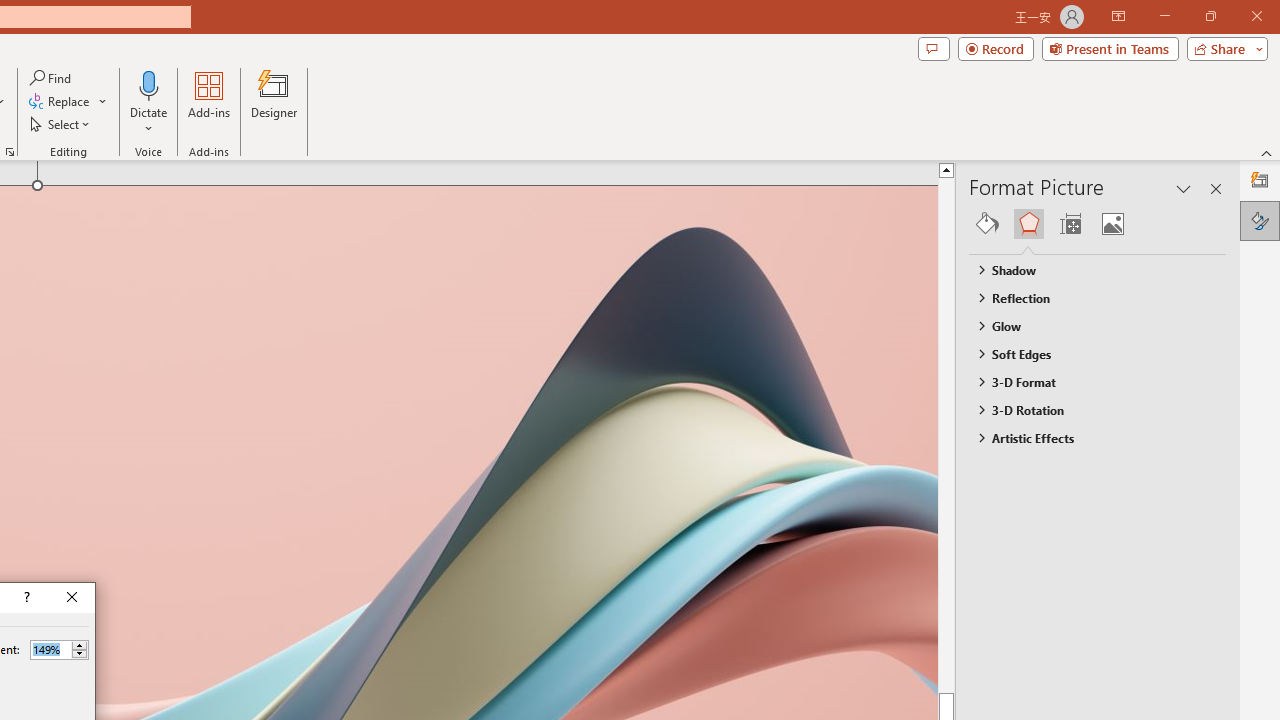  Describe the element at coordinates (61, 124) in the screenshot. I see `'Select'` at that location.